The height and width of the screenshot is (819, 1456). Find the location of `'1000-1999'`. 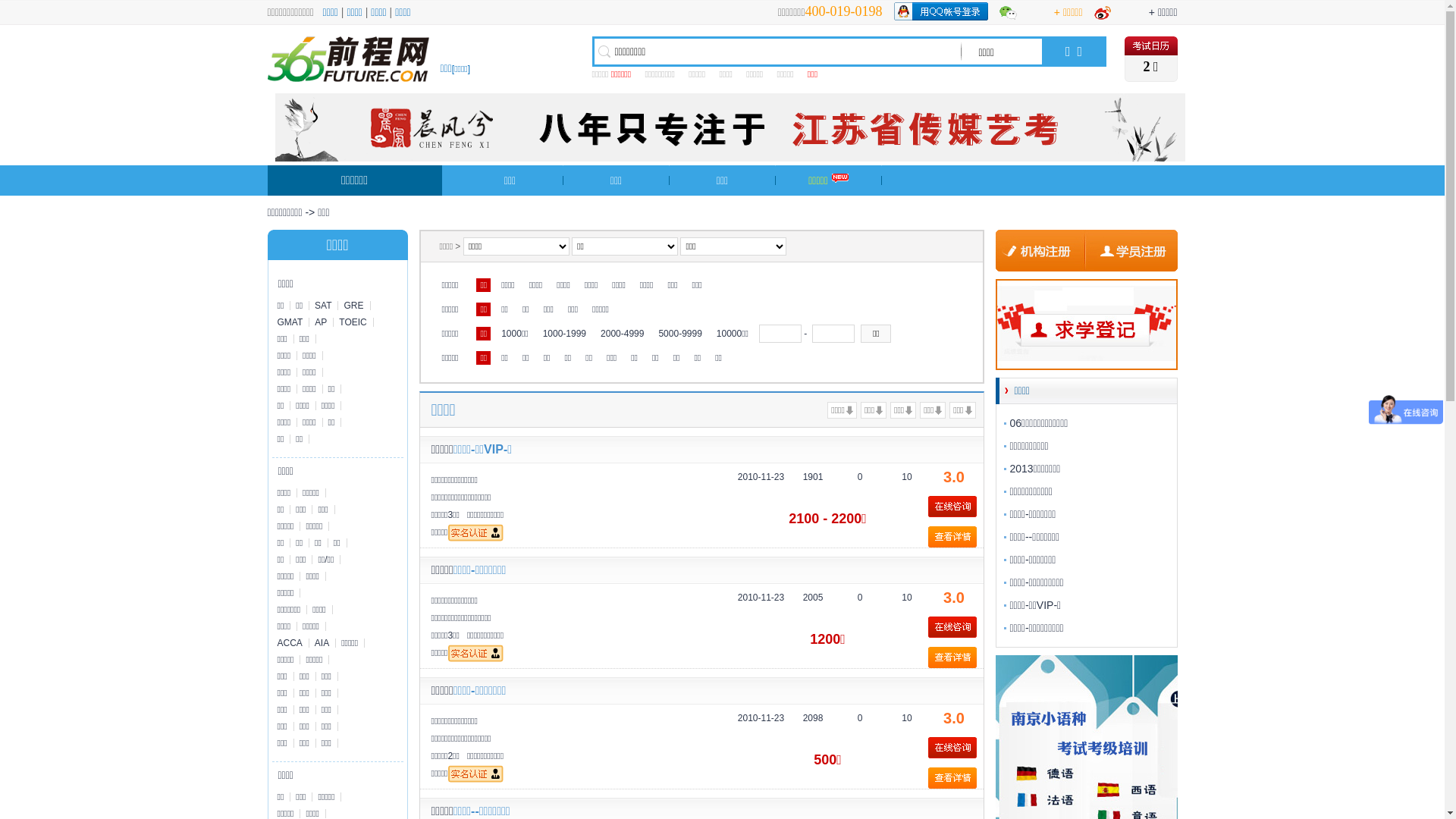

'1000-1999' is located at coordinates (563, 332).